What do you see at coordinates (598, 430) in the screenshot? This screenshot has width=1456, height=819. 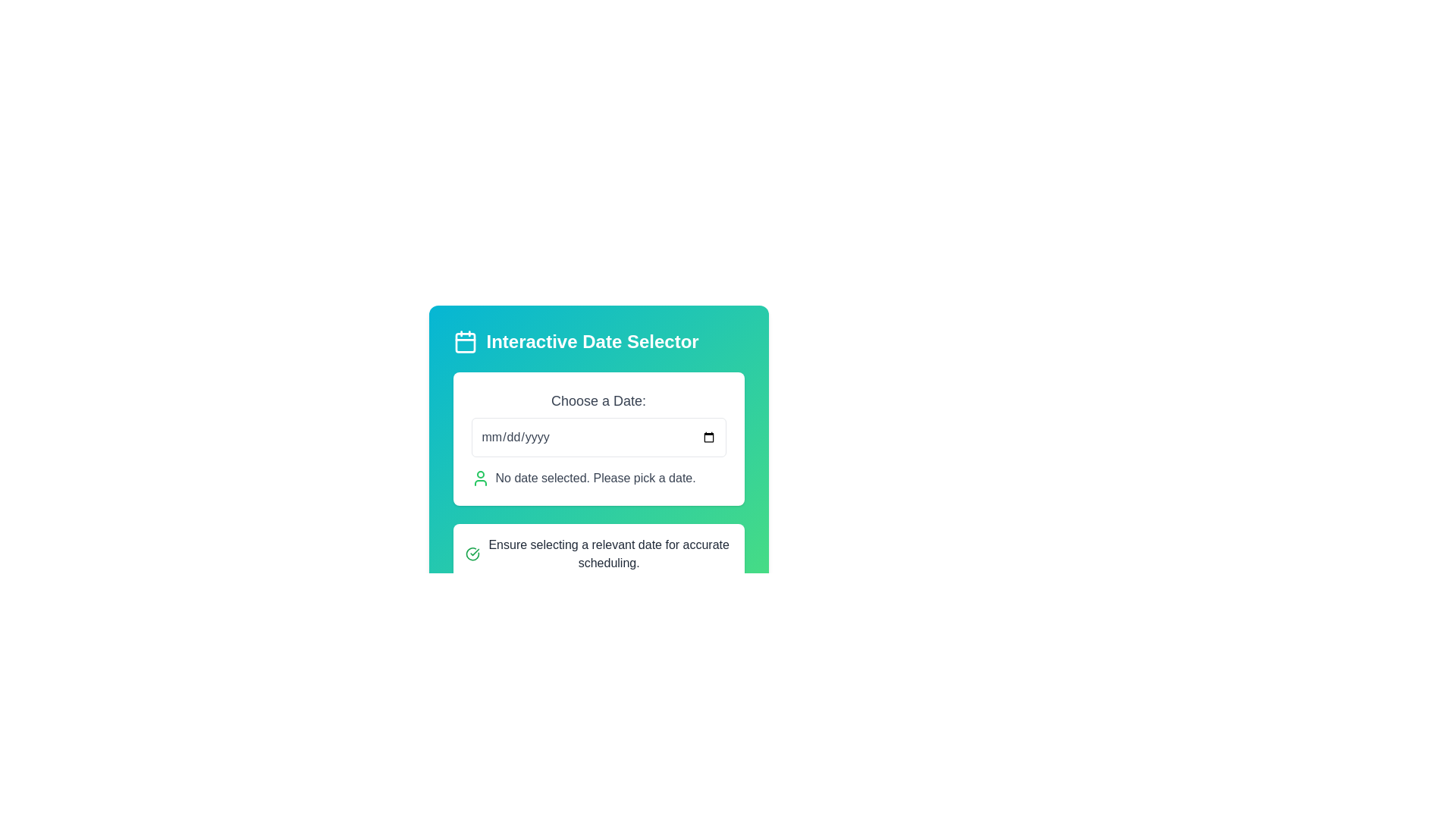 I see `the Date input field inside the 'Interactive Date Selector' modal for manual date entry` at bounding box center [598, 430].